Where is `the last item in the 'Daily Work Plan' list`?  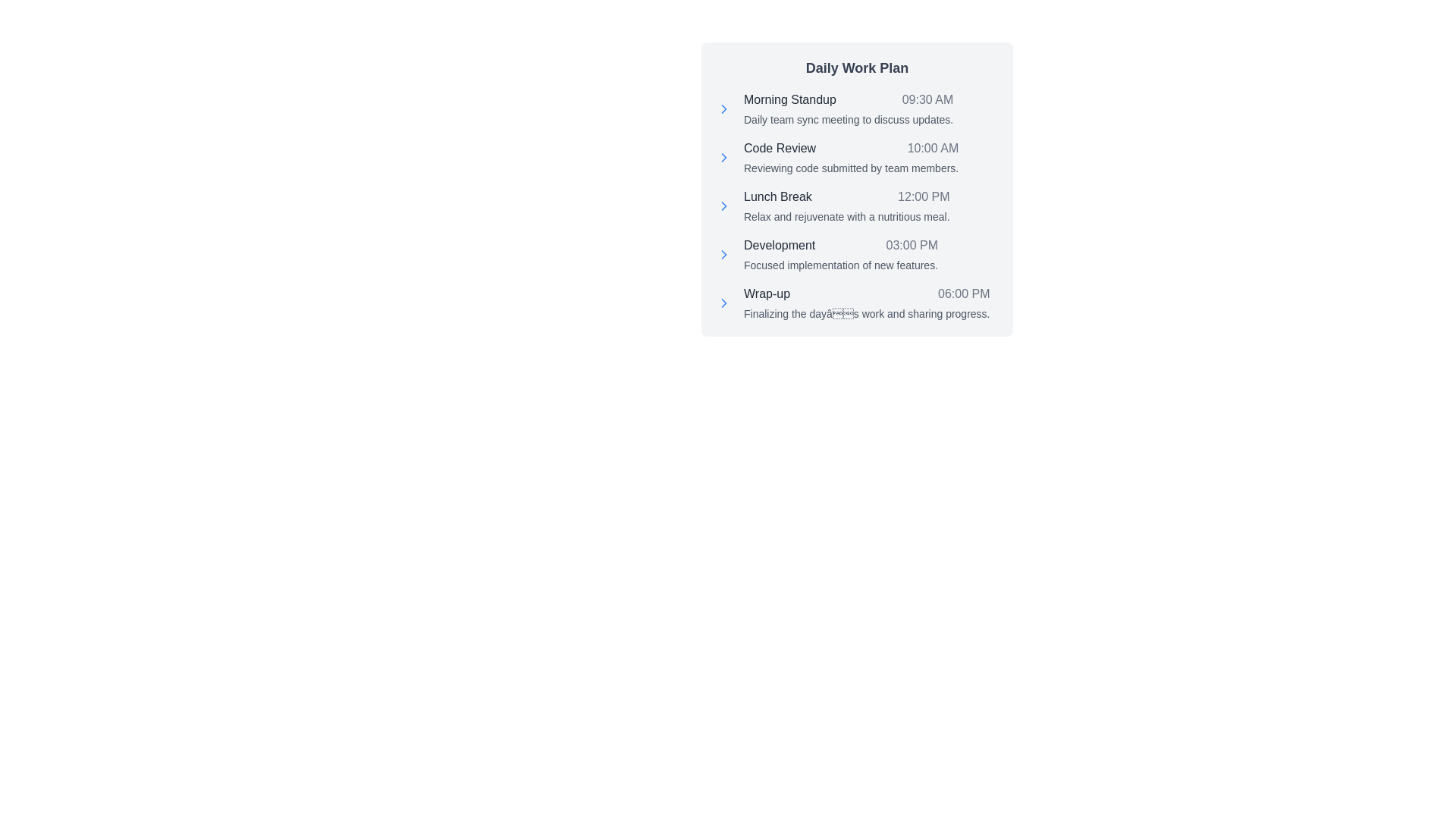
the last item in the 'Daily Work Plan' list is located at coordinates (857, 303).